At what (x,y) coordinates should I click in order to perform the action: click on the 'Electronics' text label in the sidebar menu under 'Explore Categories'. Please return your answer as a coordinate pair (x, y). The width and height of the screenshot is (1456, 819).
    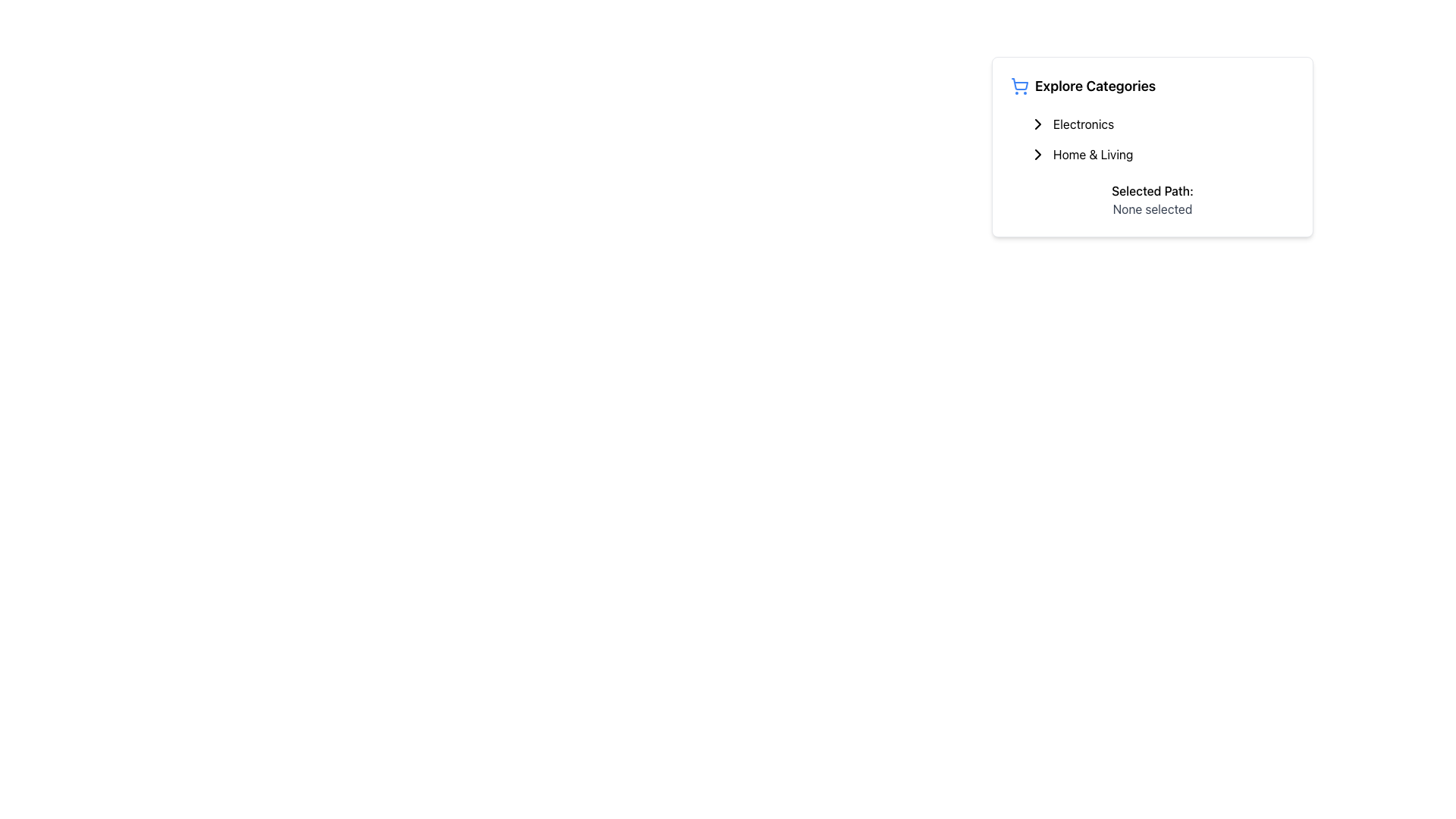
    Looking at the image, I should click on (1083, 124).